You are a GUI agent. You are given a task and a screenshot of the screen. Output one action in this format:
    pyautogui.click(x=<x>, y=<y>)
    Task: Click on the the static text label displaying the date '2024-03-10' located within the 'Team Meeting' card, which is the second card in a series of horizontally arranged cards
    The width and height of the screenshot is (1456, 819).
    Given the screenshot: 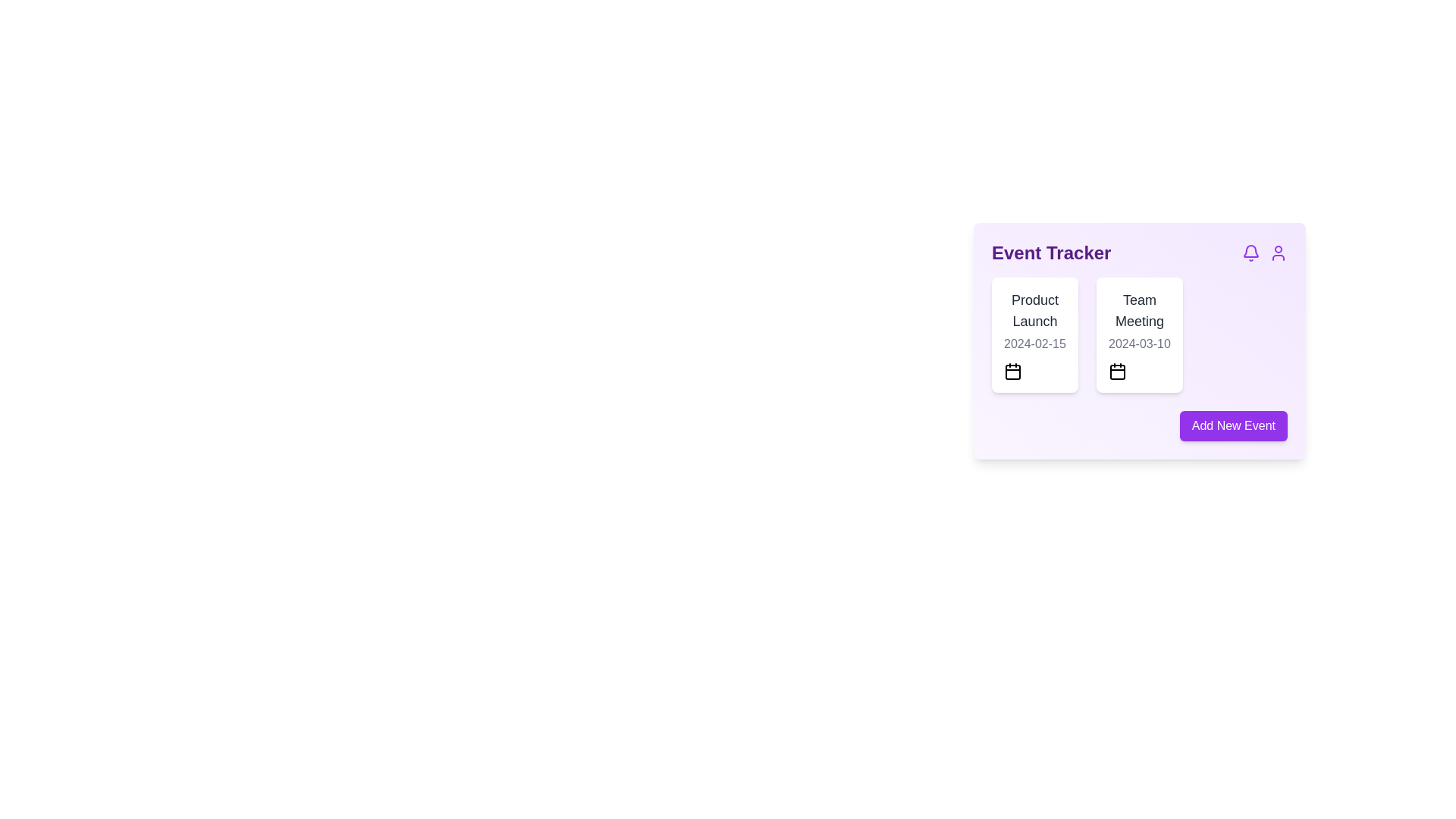 What is the action you would take?
    pyautogui.click(x=1139, y=344)
    